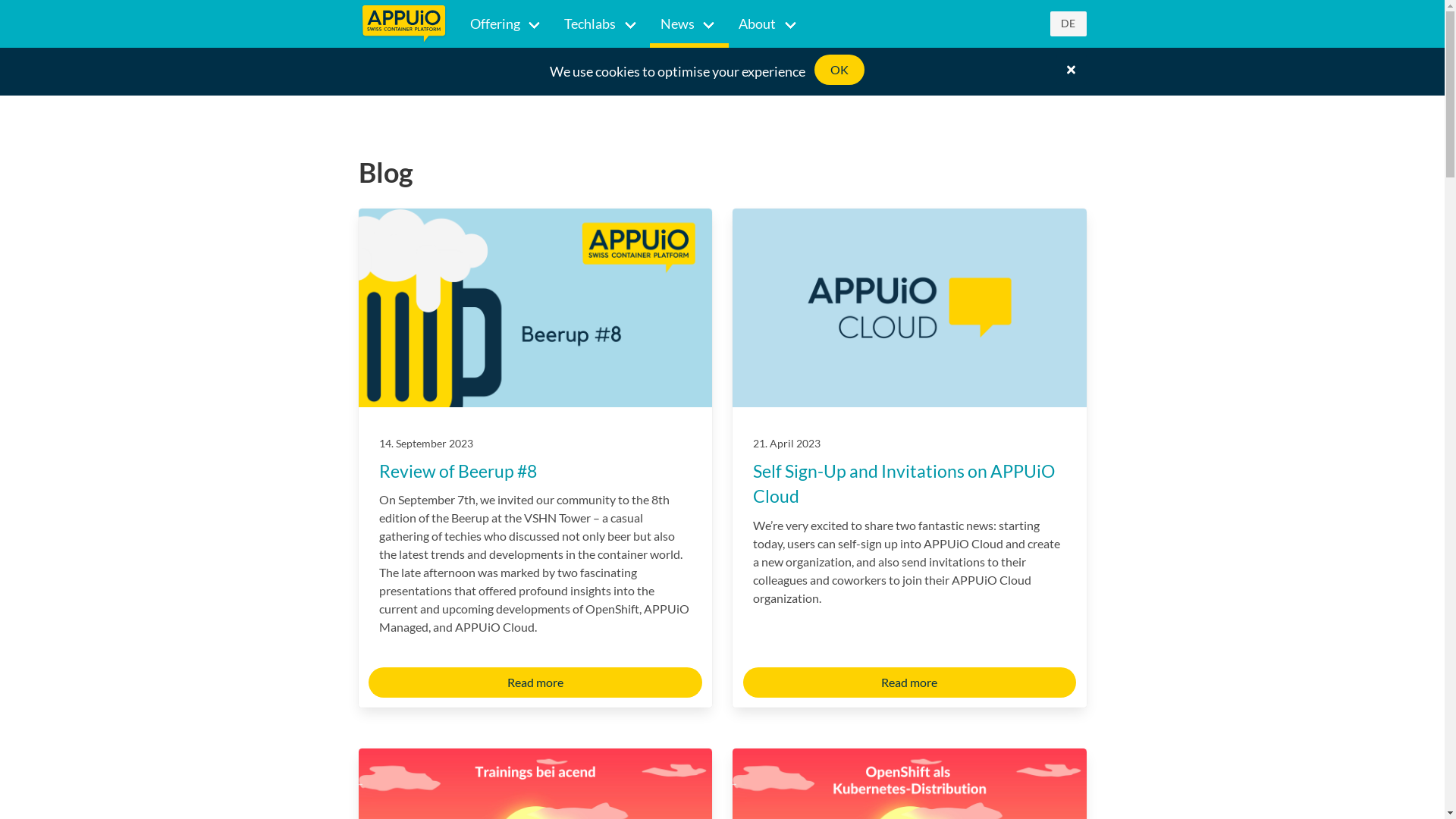 The height and width of the screenshot is (819, 1456). Describe the element at coordinates (768, 24) in the screenshot. I see `'About'` at that location.